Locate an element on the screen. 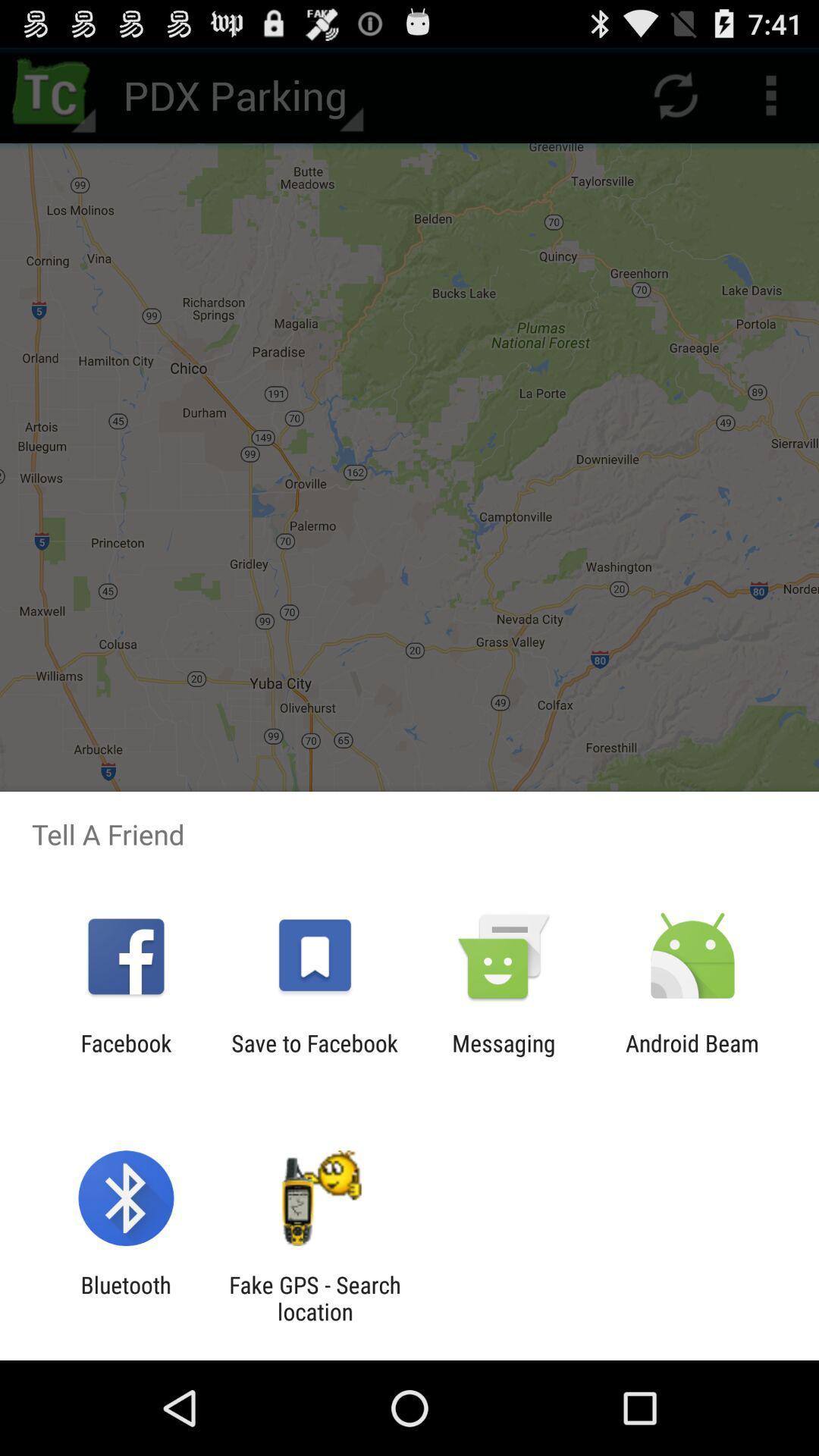 Image resolution: width=819 pixels, height=1456 pixels. the item to the left of the android beam item is located at coordinates (504, 1056).